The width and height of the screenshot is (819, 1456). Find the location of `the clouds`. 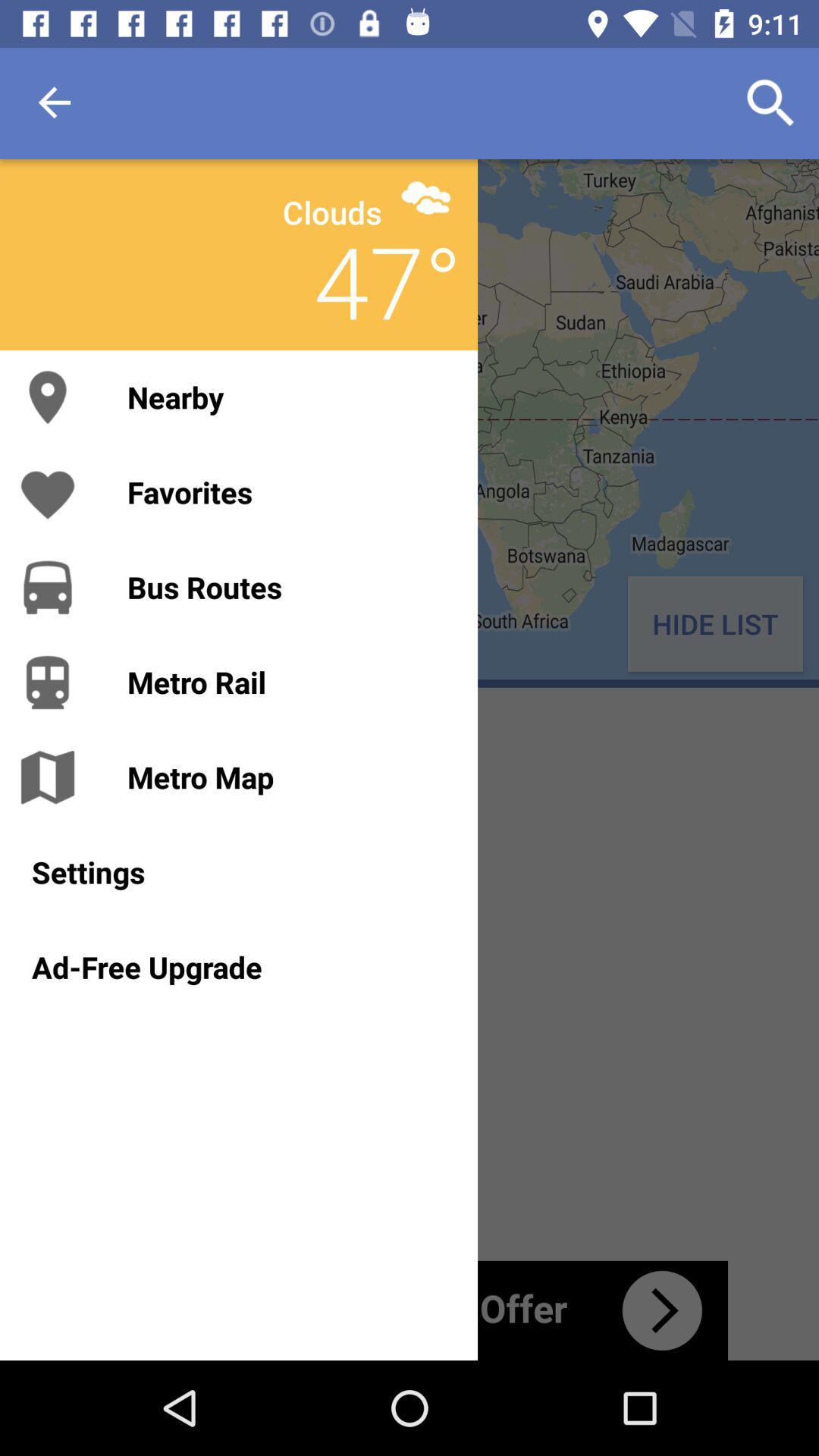

the clouds is located at coordinates (331, 211).